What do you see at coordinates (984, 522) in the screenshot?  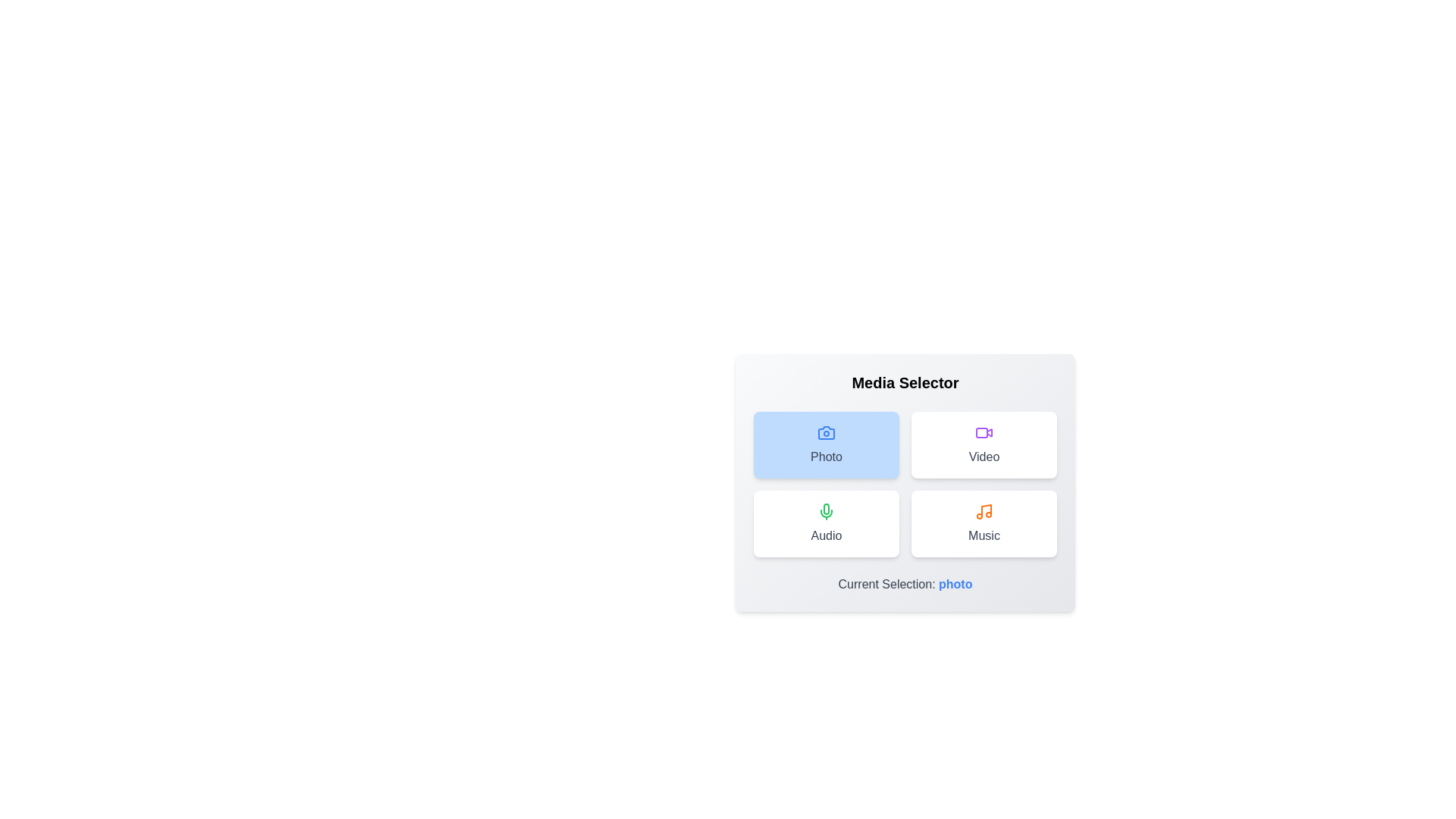 I see `the media option buttons to see the hover effect for Music` at bounding box center [984, 522].